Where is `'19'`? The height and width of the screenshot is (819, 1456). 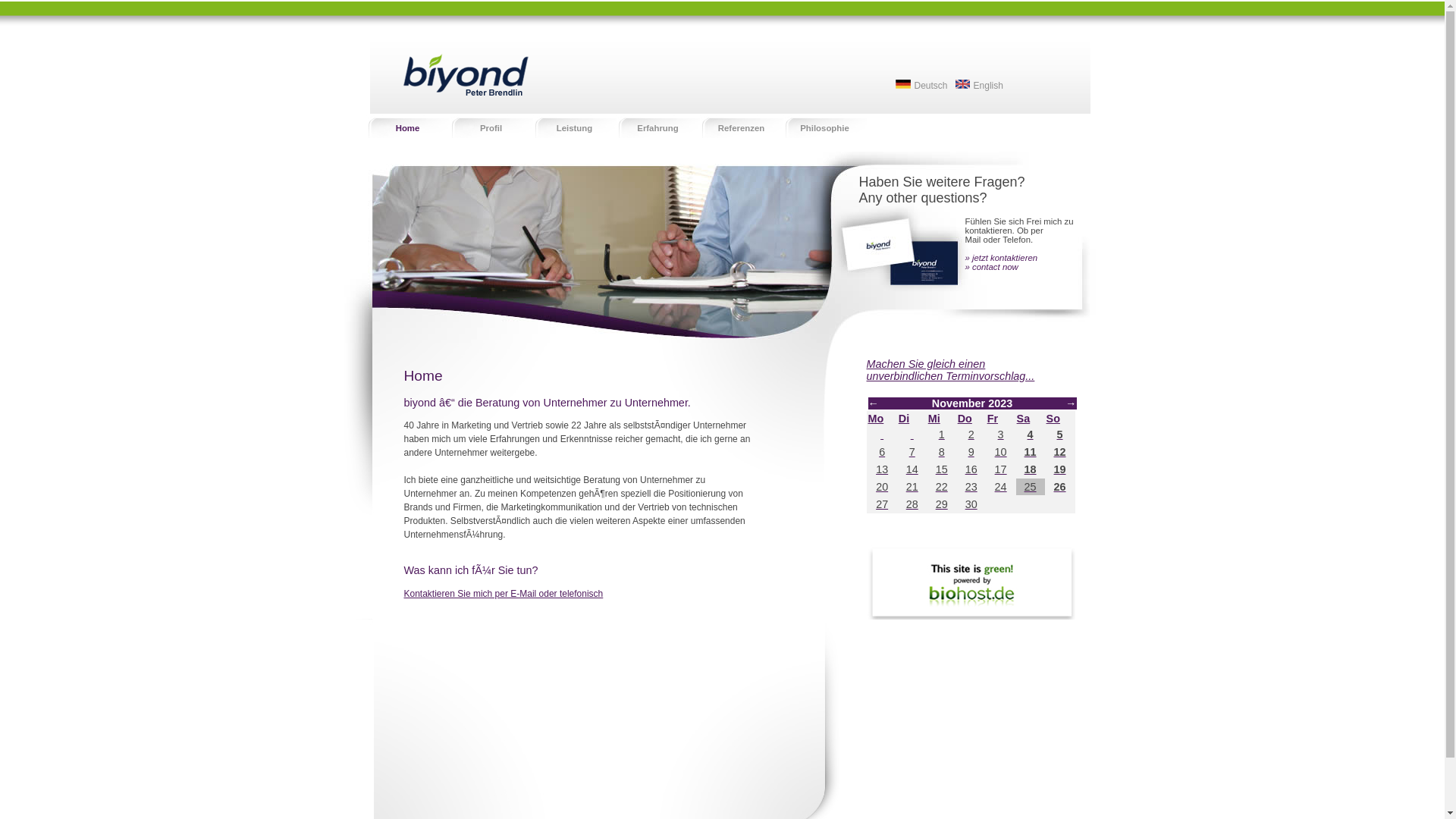 '19' is located at coordinates (1059, 468).